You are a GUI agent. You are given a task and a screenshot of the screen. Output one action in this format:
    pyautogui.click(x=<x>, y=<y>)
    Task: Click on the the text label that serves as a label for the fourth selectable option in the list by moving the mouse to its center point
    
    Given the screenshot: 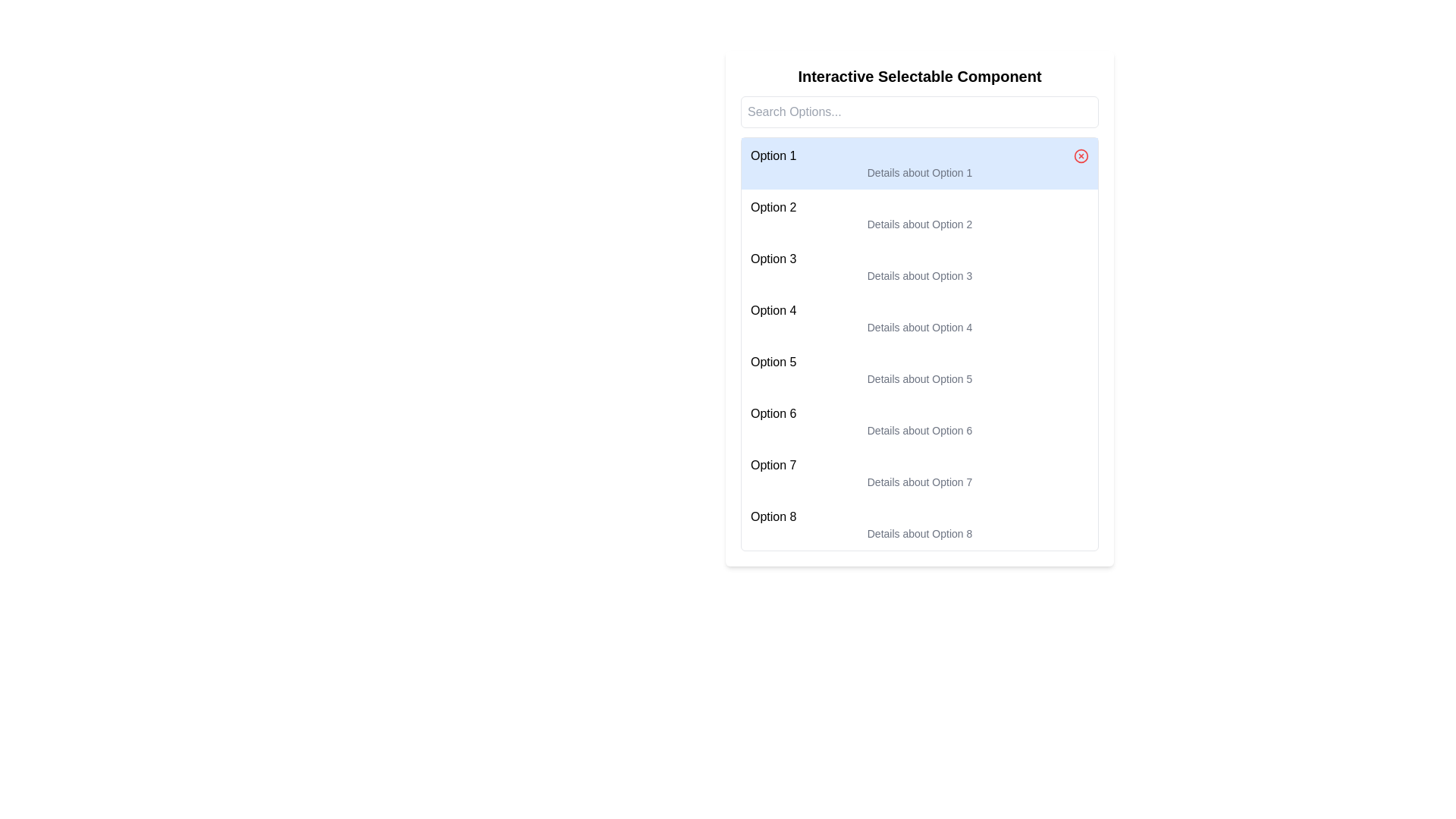 What is the action you would take?
    pyautogui.click(x=773, y=309)
    